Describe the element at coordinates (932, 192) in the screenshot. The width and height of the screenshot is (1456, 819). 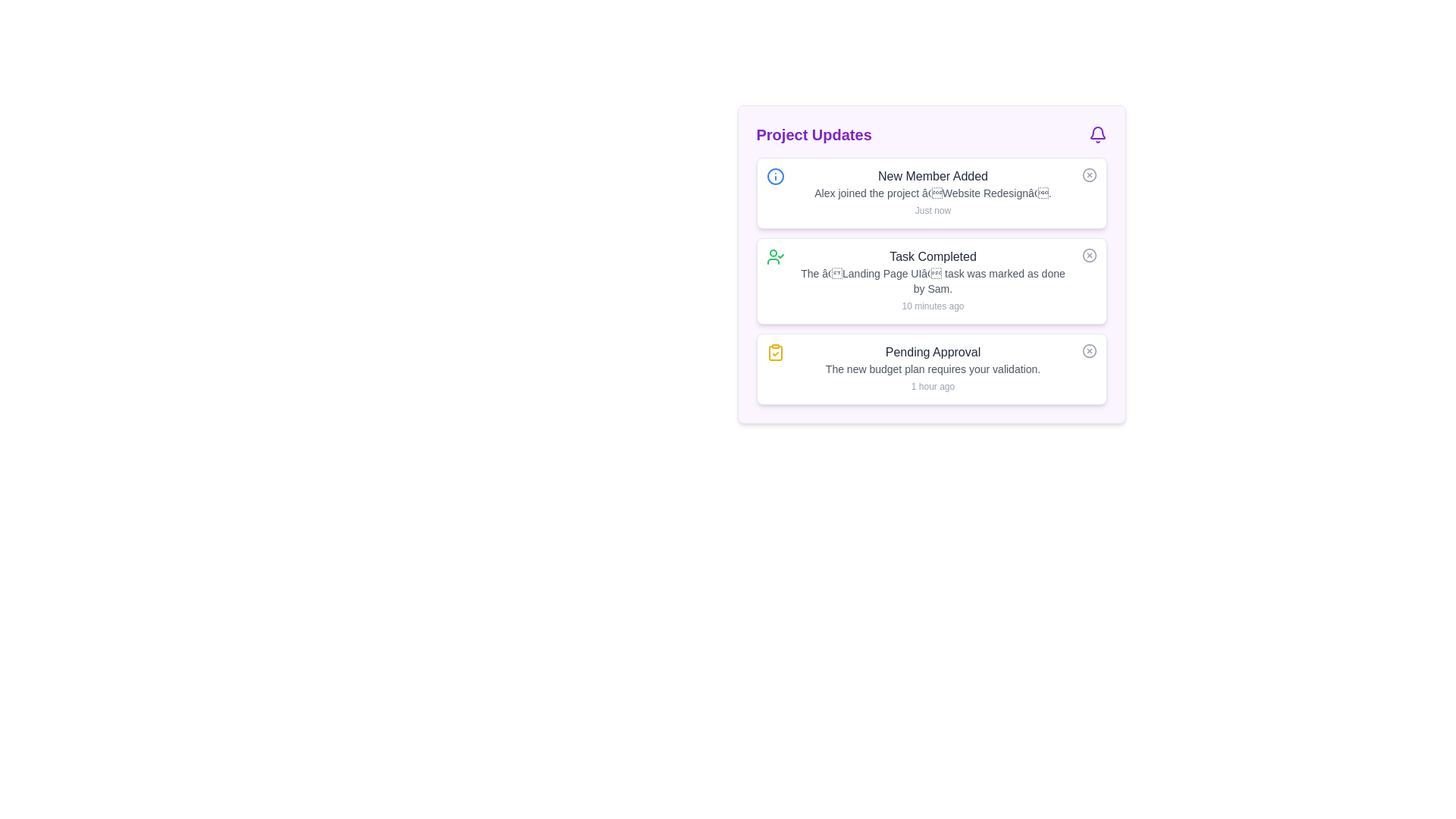
I see `information in the notification about a new member joining a project, which includes the headline 'New Member Added', the text 'Alex joined the project ‘Website Redesign’', and the timestamp 'Just now'. This notification is located in the first notification card in the 'Project Updates' panel` at that location.